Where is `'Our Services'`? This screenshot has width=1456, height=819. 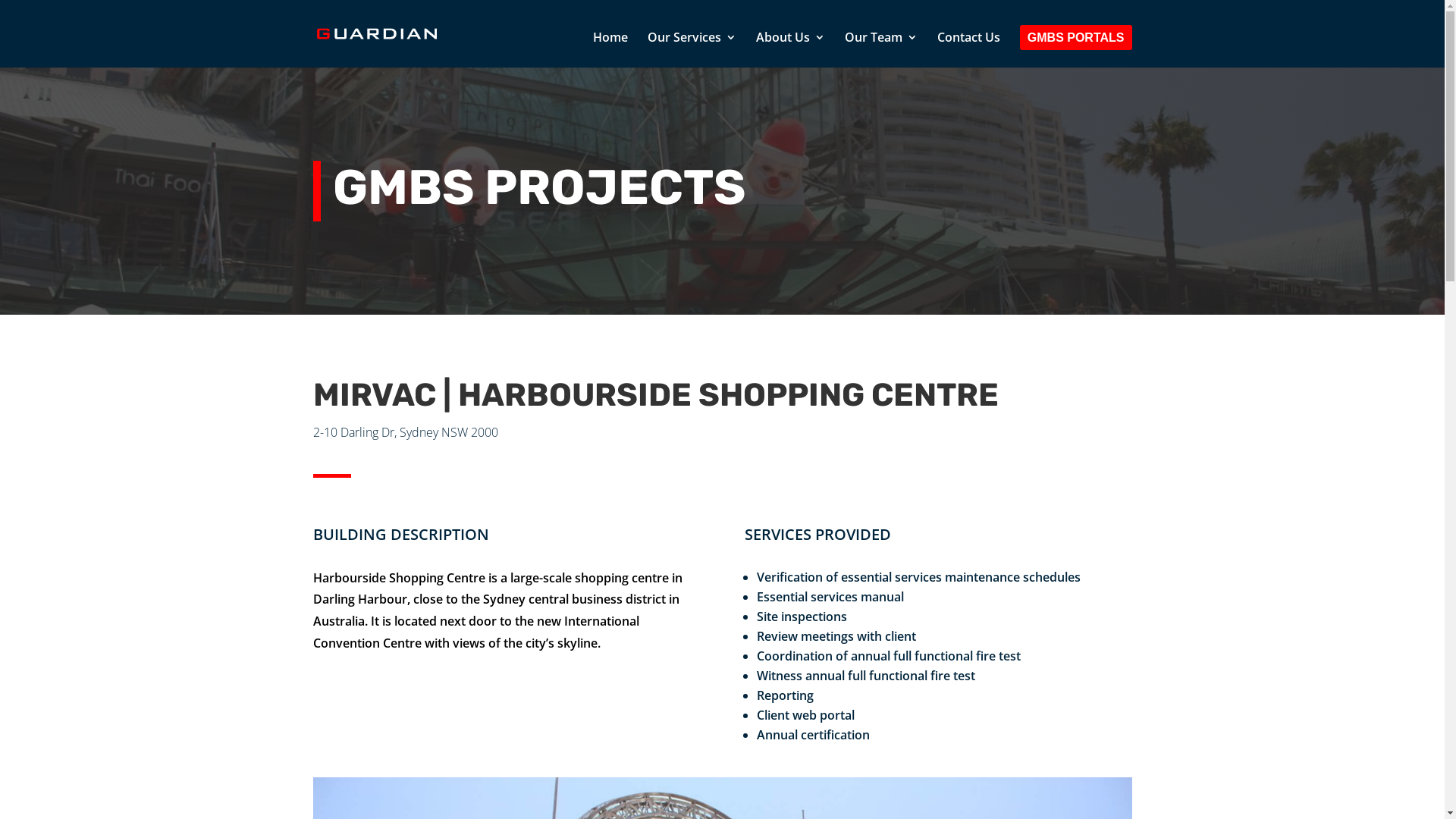 'Our Services' is located at coordinates (648, 49).